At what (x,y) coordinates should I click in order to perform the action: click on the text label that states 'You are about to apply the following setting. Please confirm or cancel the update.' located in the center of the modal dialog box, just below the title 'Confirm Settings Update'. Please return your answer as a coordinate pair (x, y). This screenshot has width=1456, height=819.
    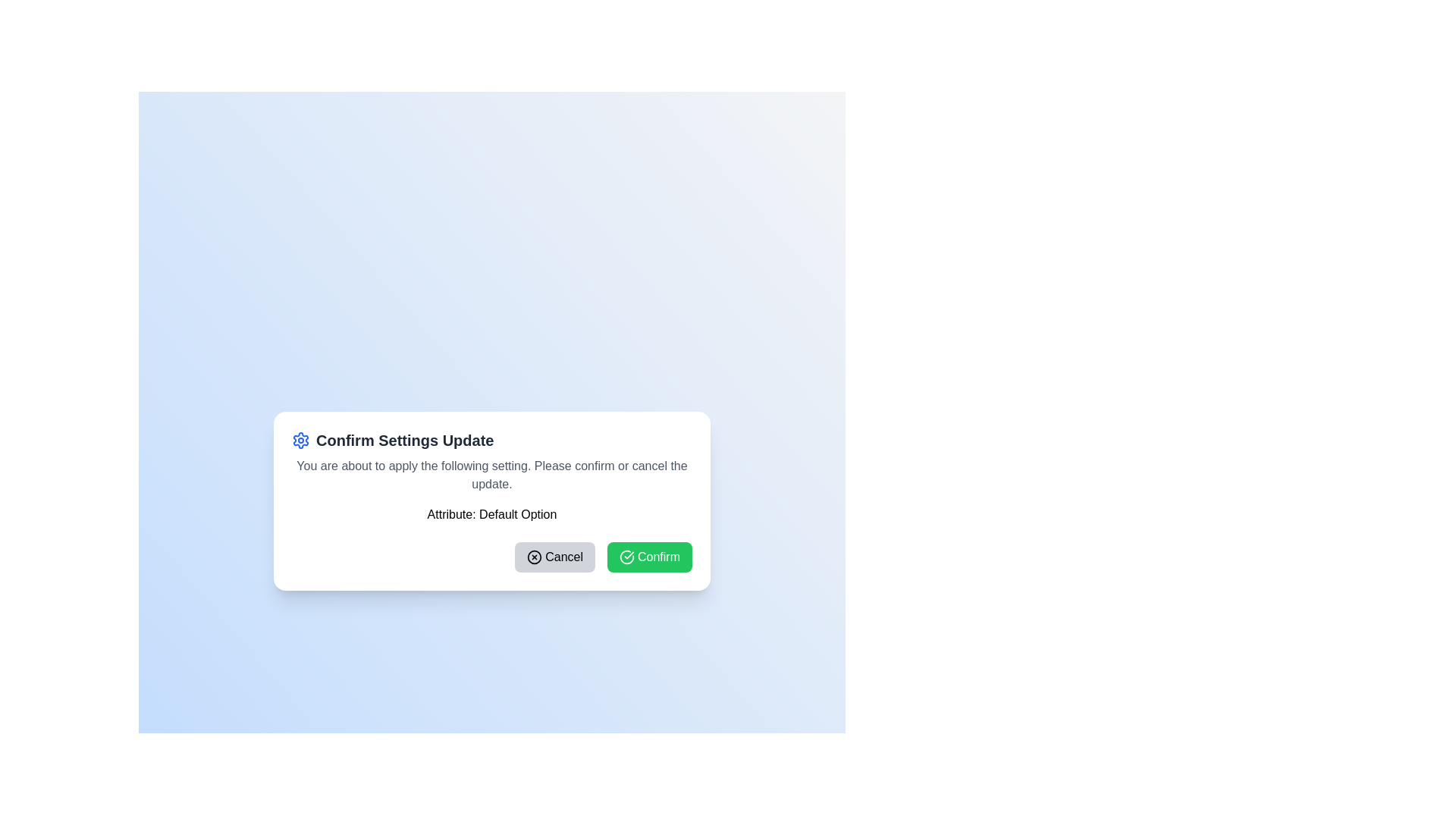
    Looking at the image, I should click on (491, 475).